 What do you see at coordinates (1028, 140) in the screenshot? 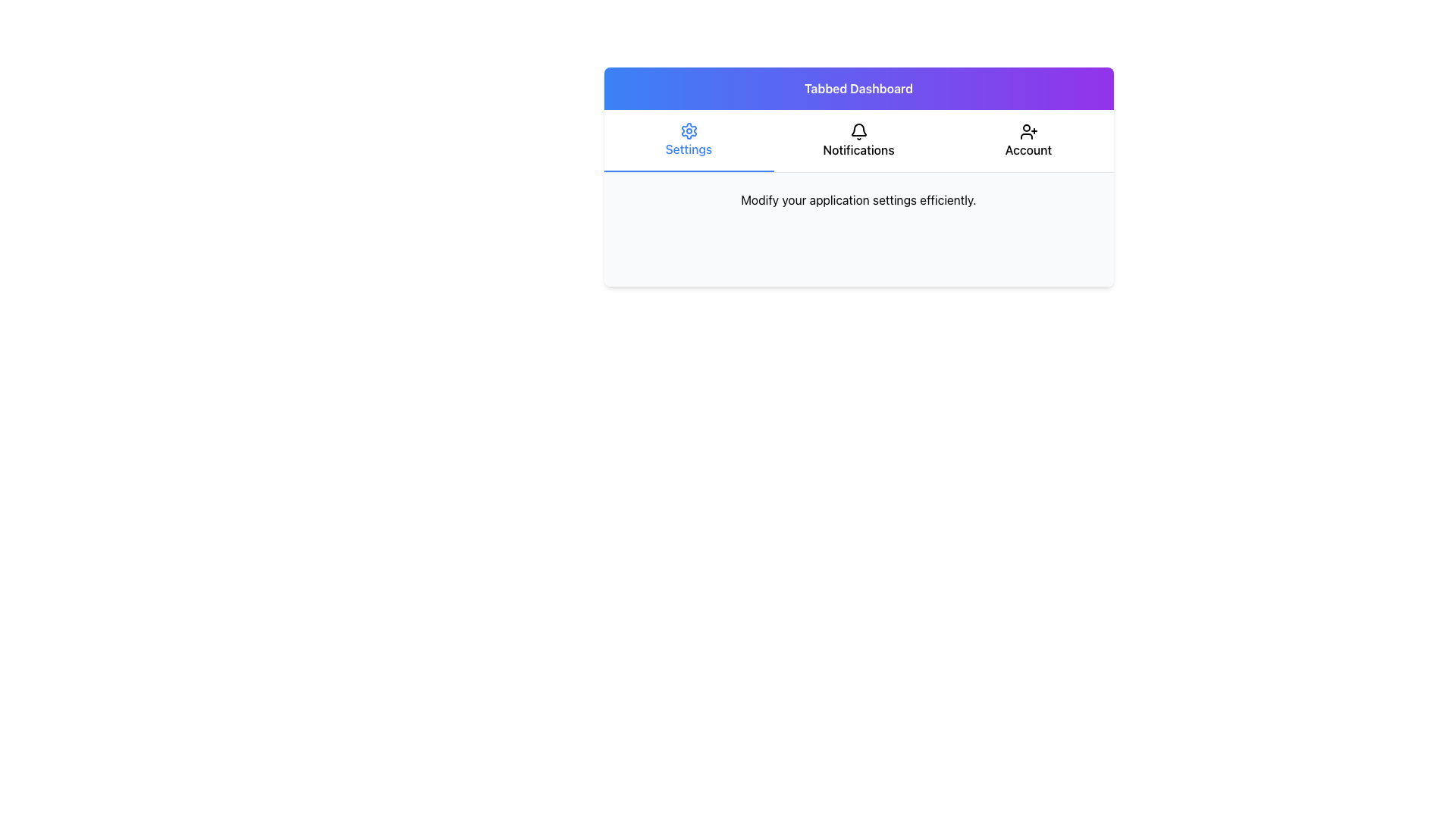
I see `the 'Account' button in the header tabbed interface` at bounding box center [1028, 140].